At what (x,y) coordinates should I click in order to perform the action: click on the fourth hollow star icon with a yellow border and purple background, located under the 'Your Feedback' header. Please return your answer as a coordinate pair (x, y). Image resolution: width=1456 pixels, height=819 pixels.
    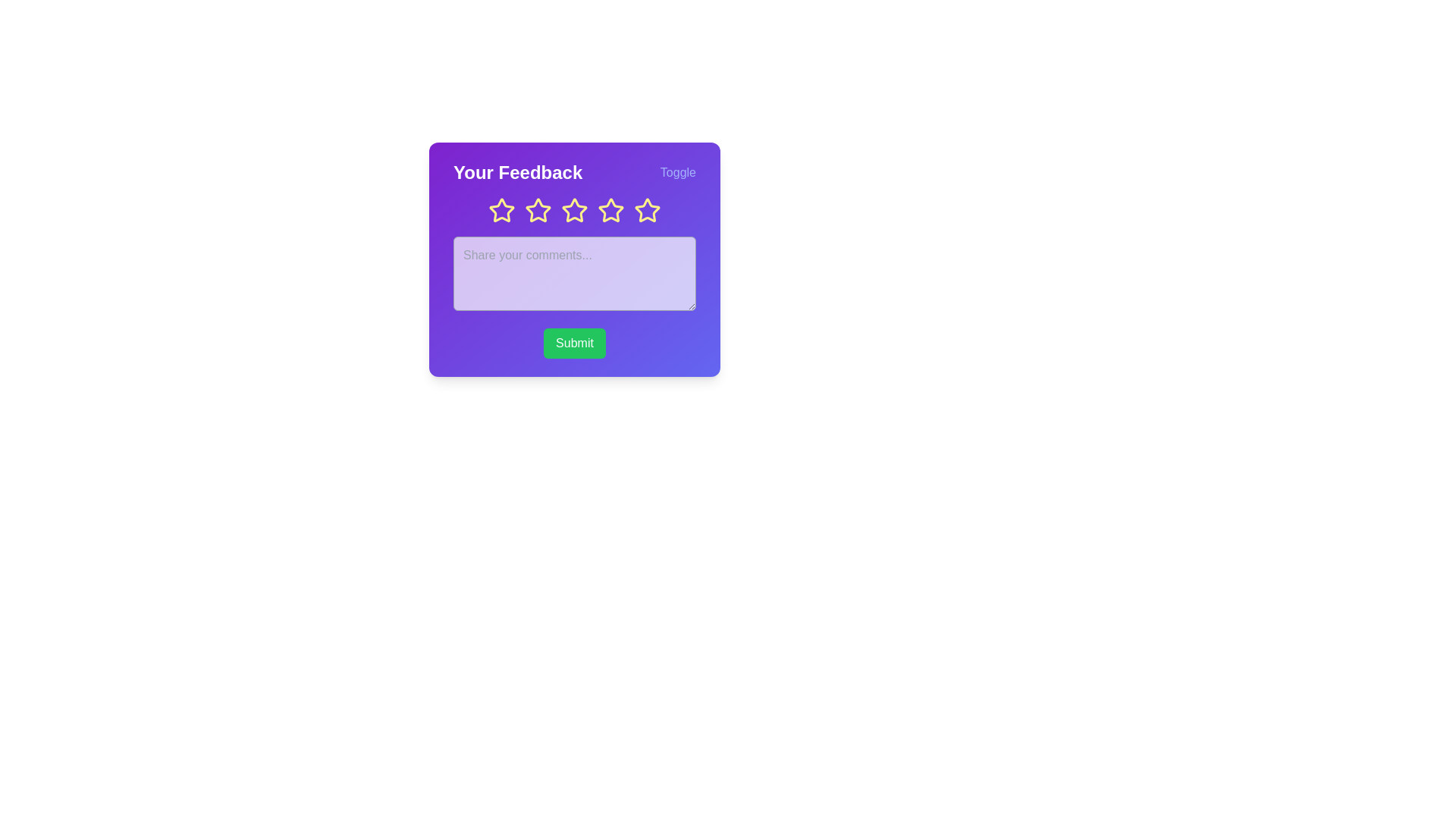
    Looking at the image, I should click on (574, 210).